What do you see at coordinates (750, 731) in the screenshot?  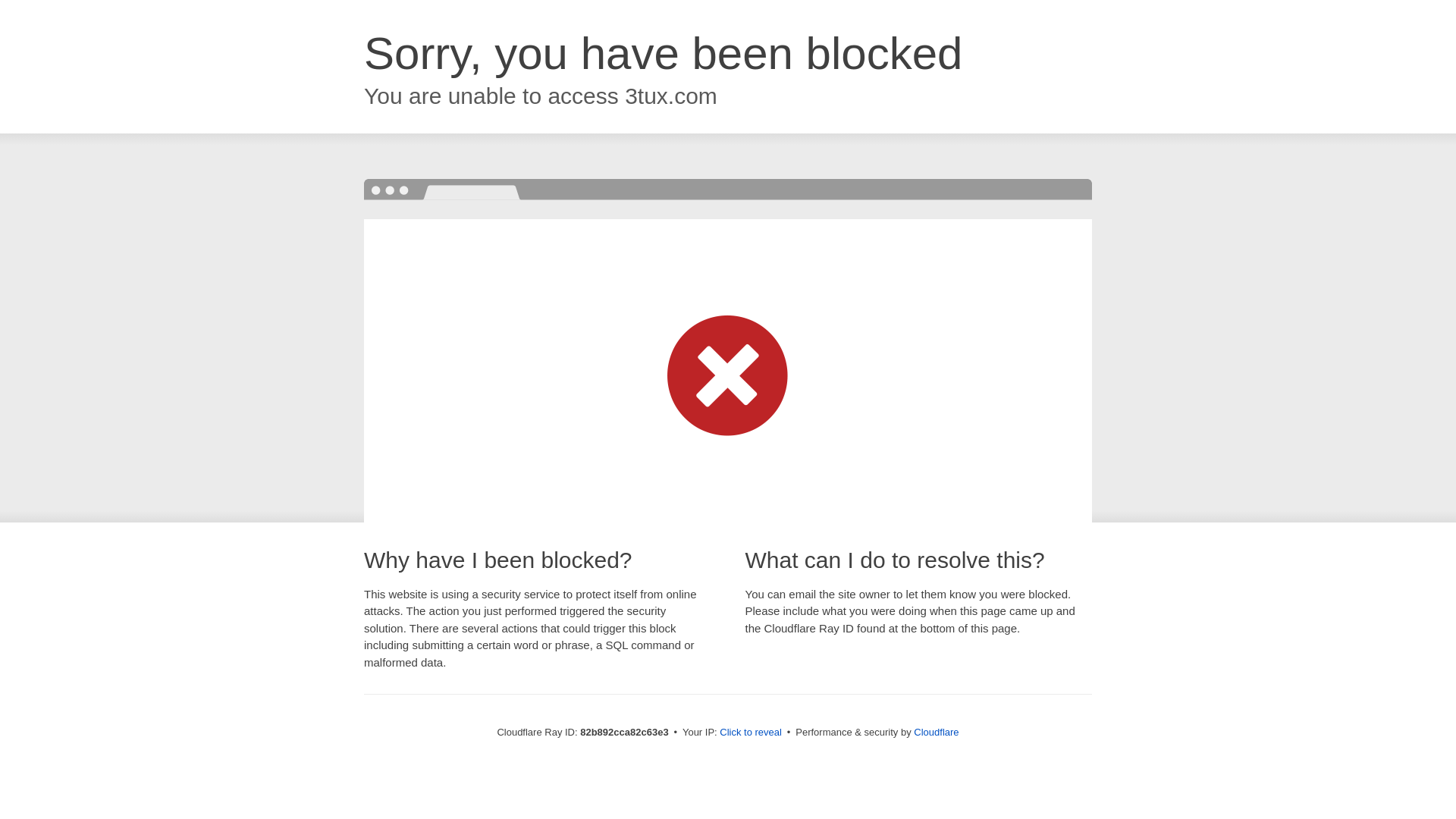 I see `'Click to reveal'` at bounding box center [750, 731].